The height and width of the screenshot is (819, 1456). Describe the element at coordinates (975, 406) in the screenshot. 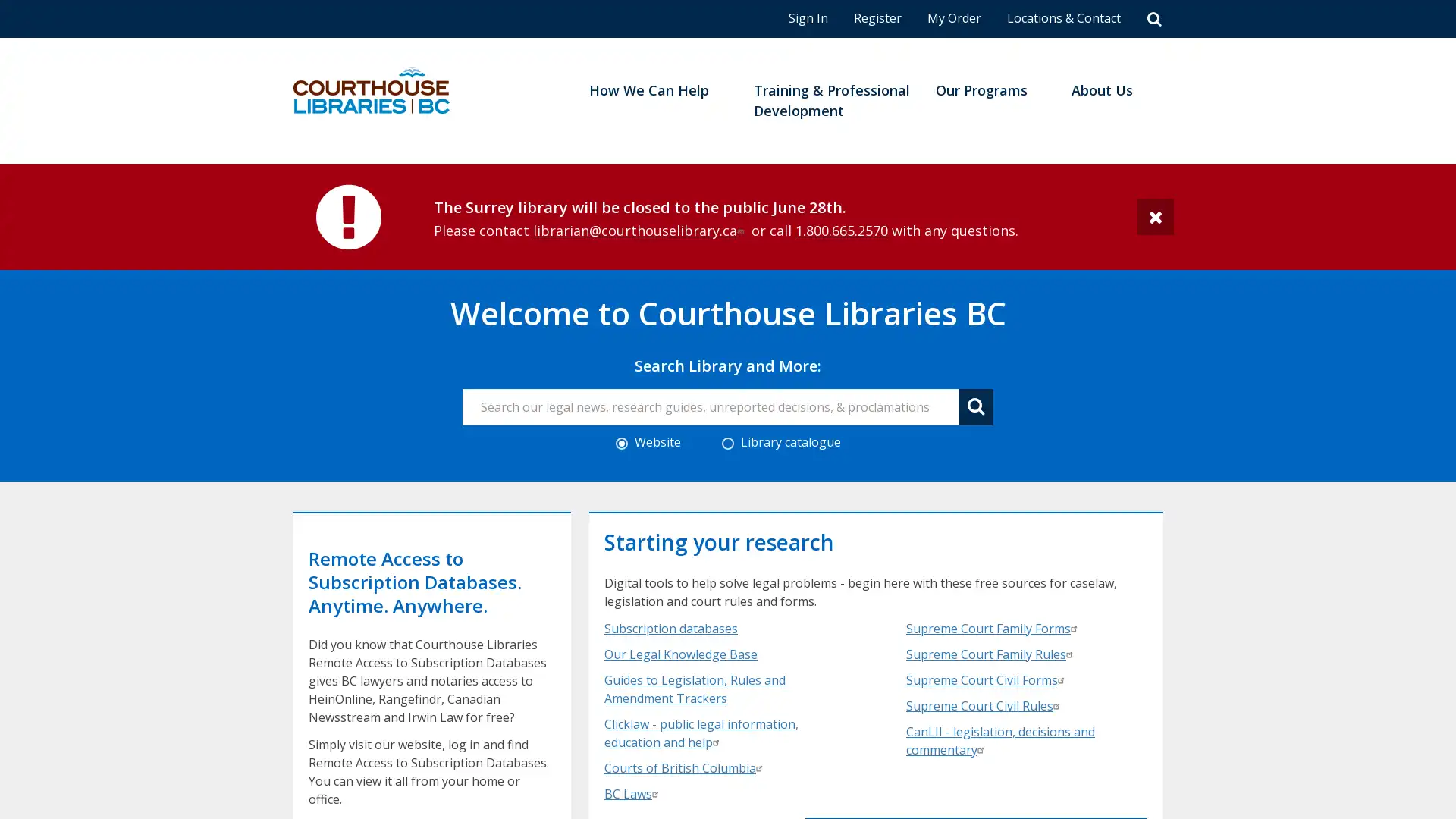

I see `Search button` at that location.